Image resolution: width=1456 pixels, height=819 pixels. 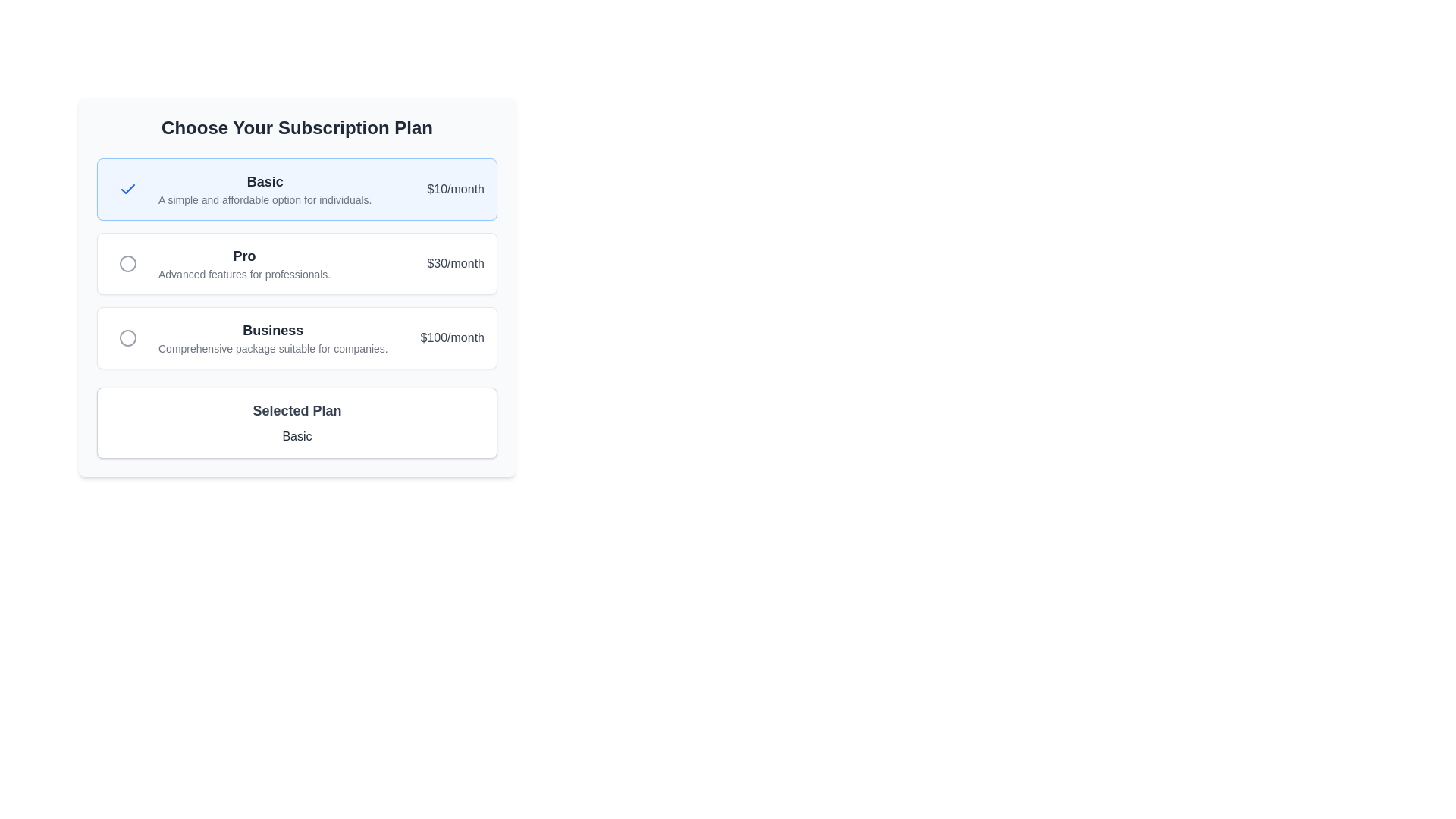 What do you see at coordinates (127, 262) in the screenshot?
I see `the radio button for the 'Pro' subscription plan, which is located adjacent to the text 'Pro' and 'Advanced features for professionals.'` at bounding box center [127, 262].